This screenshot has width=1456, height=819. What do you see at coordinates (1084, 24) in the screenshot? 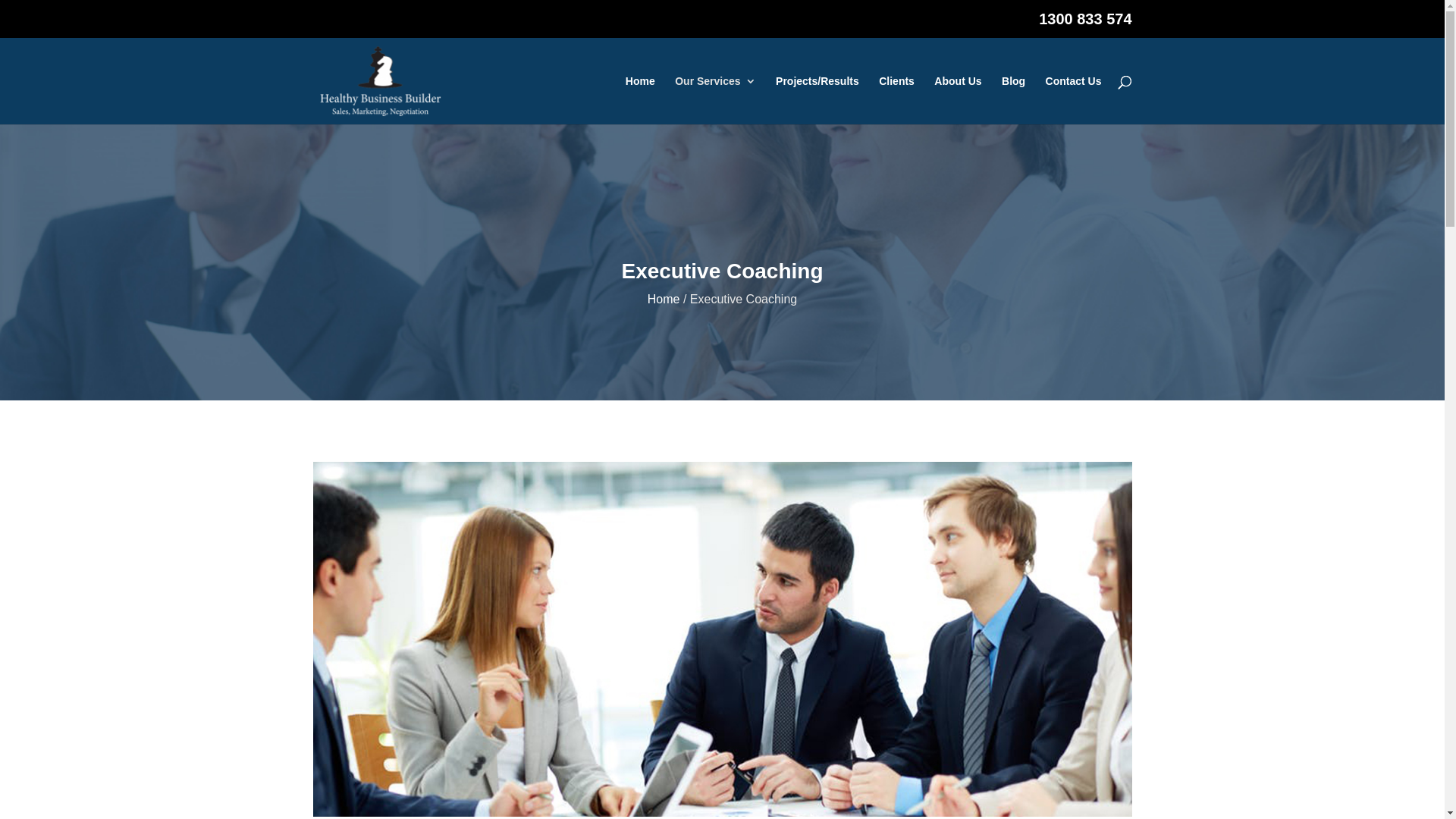
I see `'1300 833 574'` at bounding box center [1084, 24].